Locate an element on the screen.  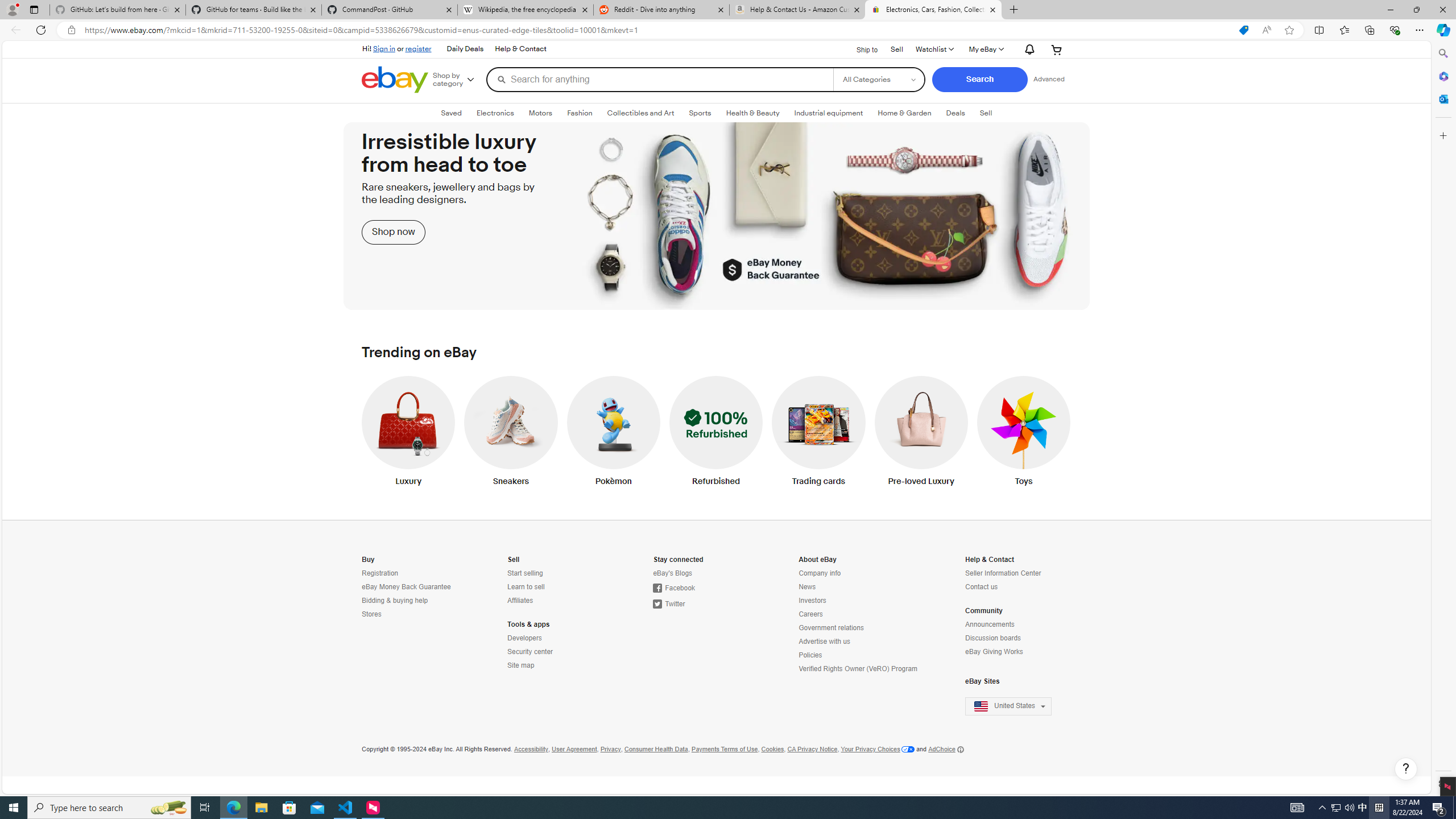
'Home & Garden' is located at coordinates (904, 113).